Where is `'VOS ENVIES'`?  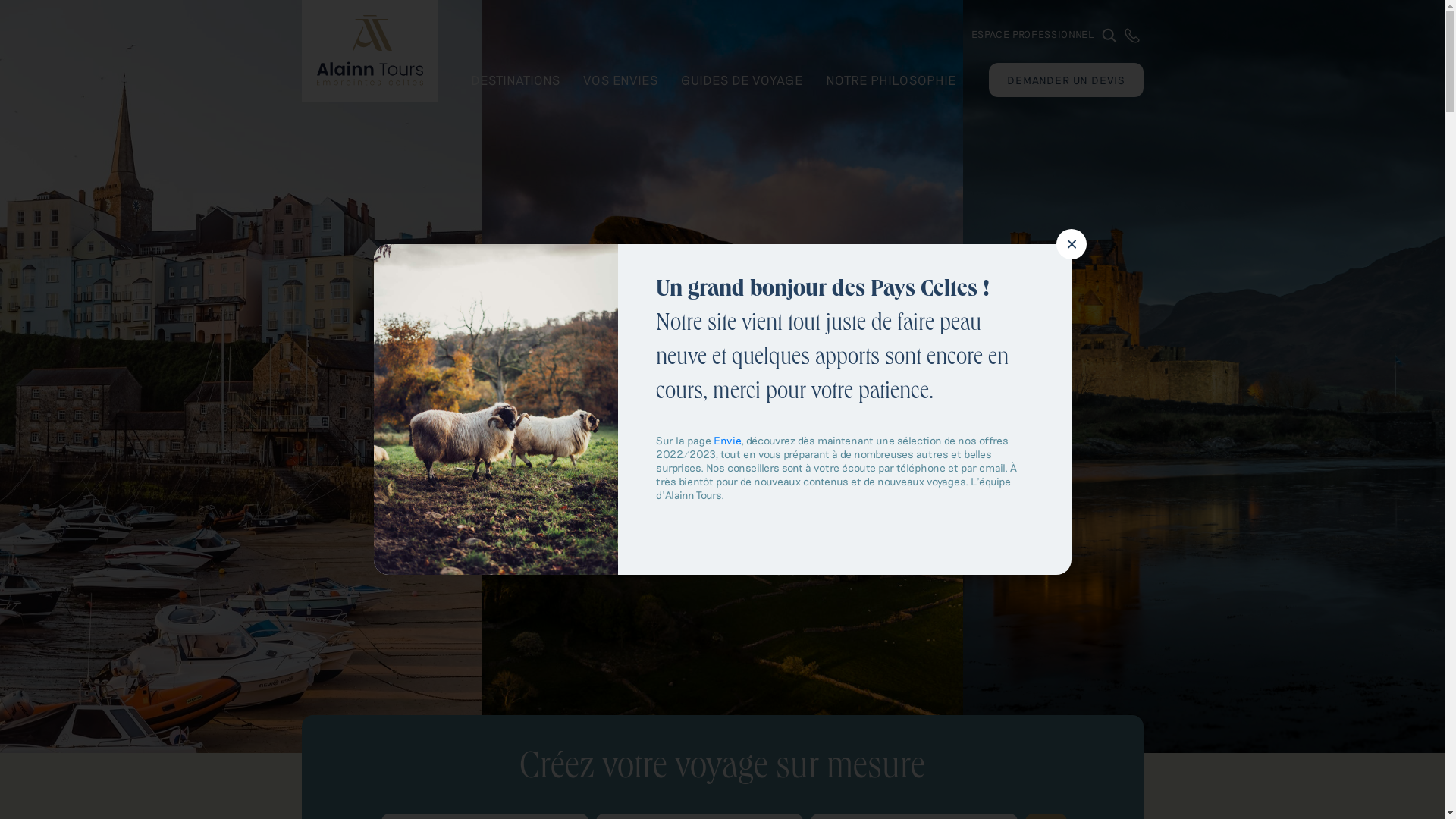 'VOS ENVIES' is located at coordinates (570, 79).